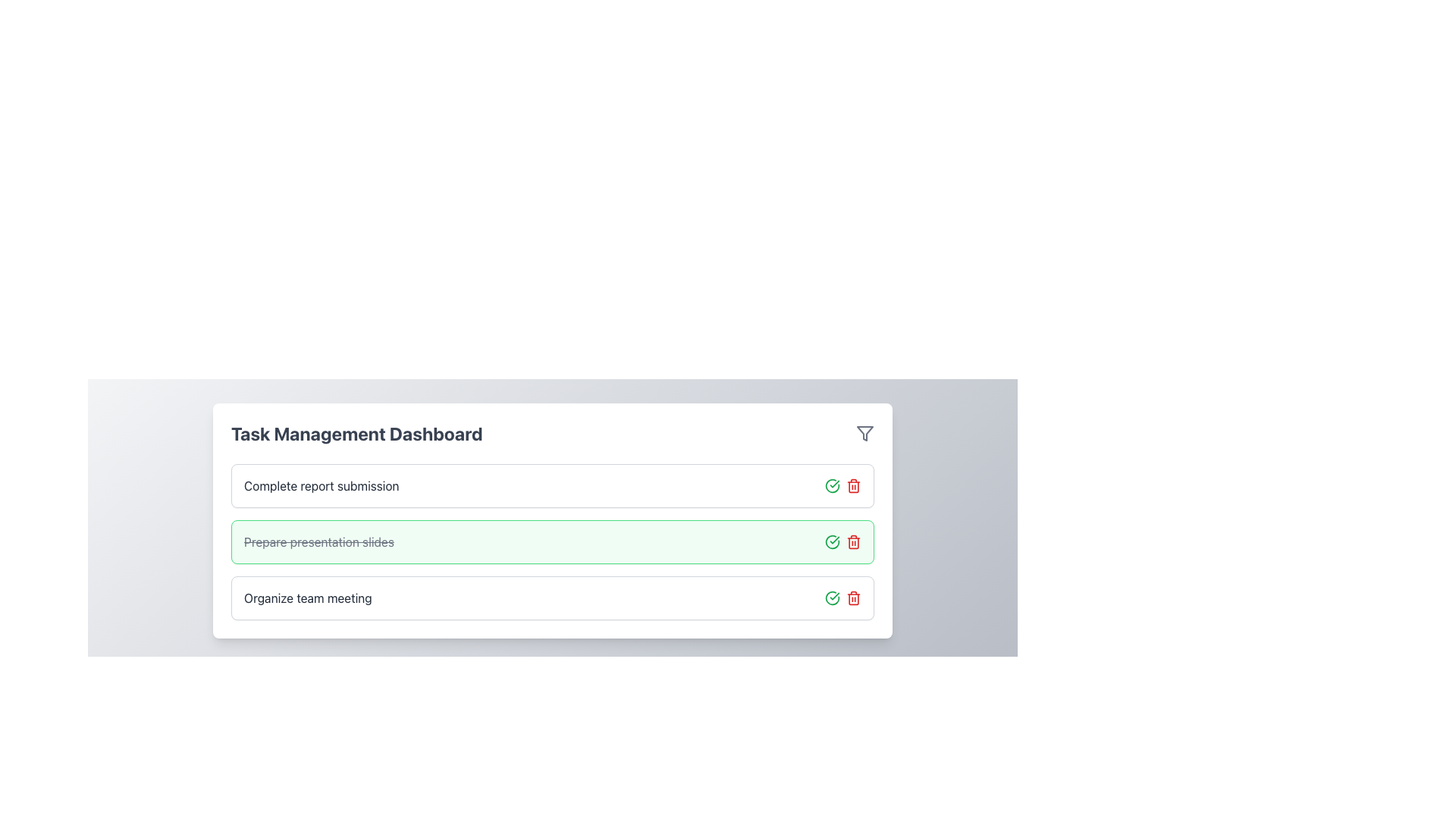 Image resolution: width=1456 pixels, height=819 pixels. What do you see at coordinates (832, 541) in the screenshot?
I see `the circular icon with a checkmark in the top-right corner of the task item for 'Prepare presentation slides' to mark the task as completed` at bounding box center [832, 541].